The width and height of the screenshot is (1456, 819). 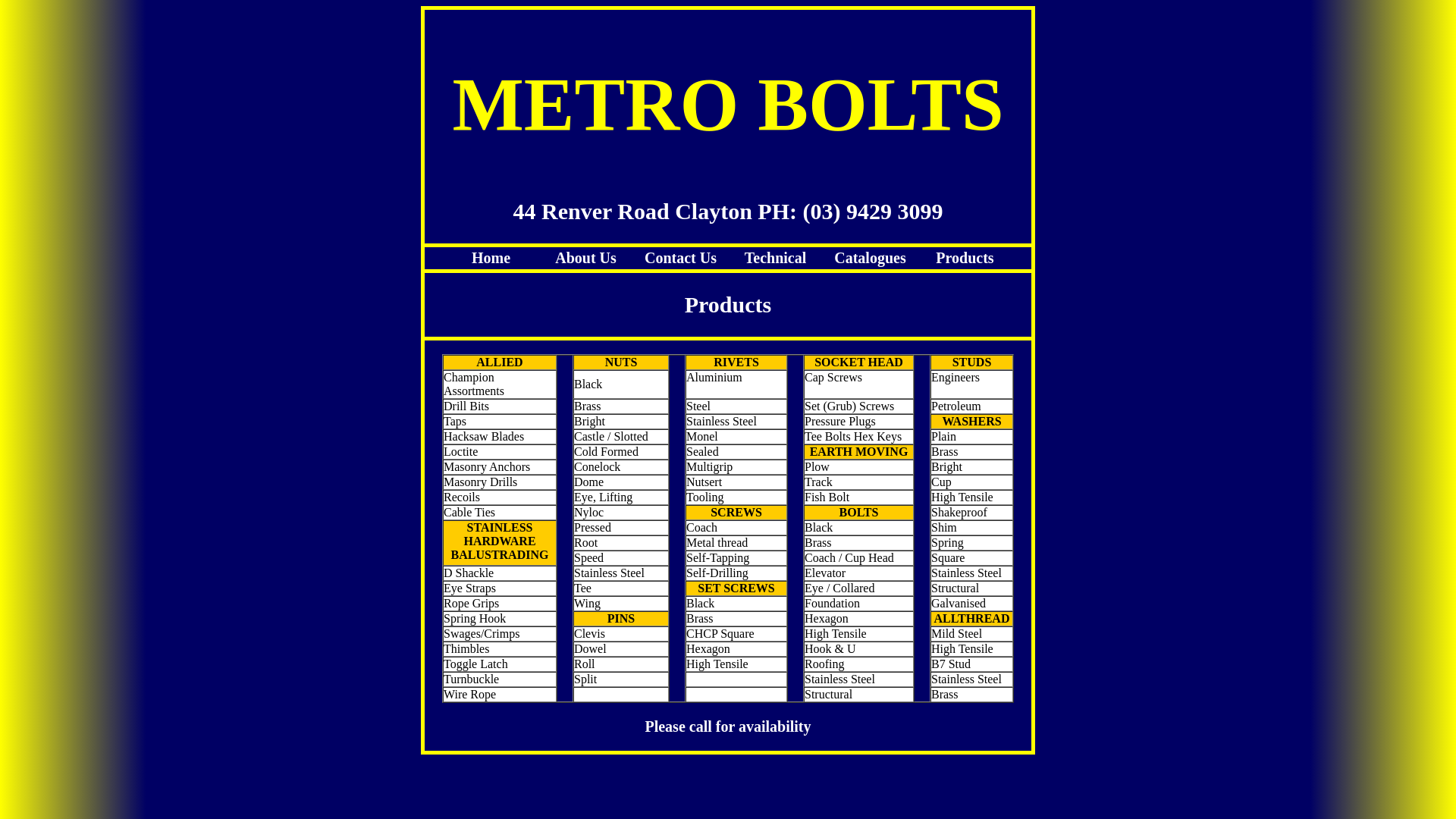 I want to click on 'Home', so click(x=471, y=256).